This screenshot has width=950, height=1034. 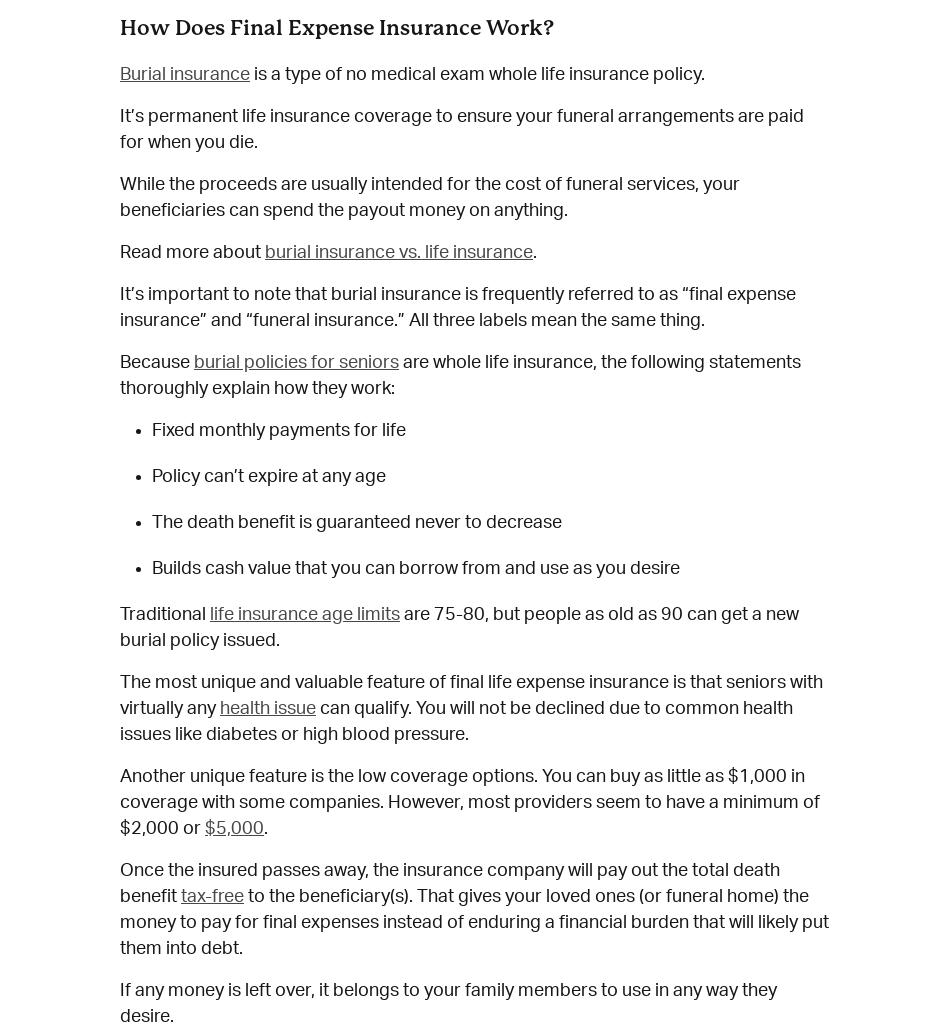 I want to click on 'burial policies for seniors', so click(x=295, y=361).